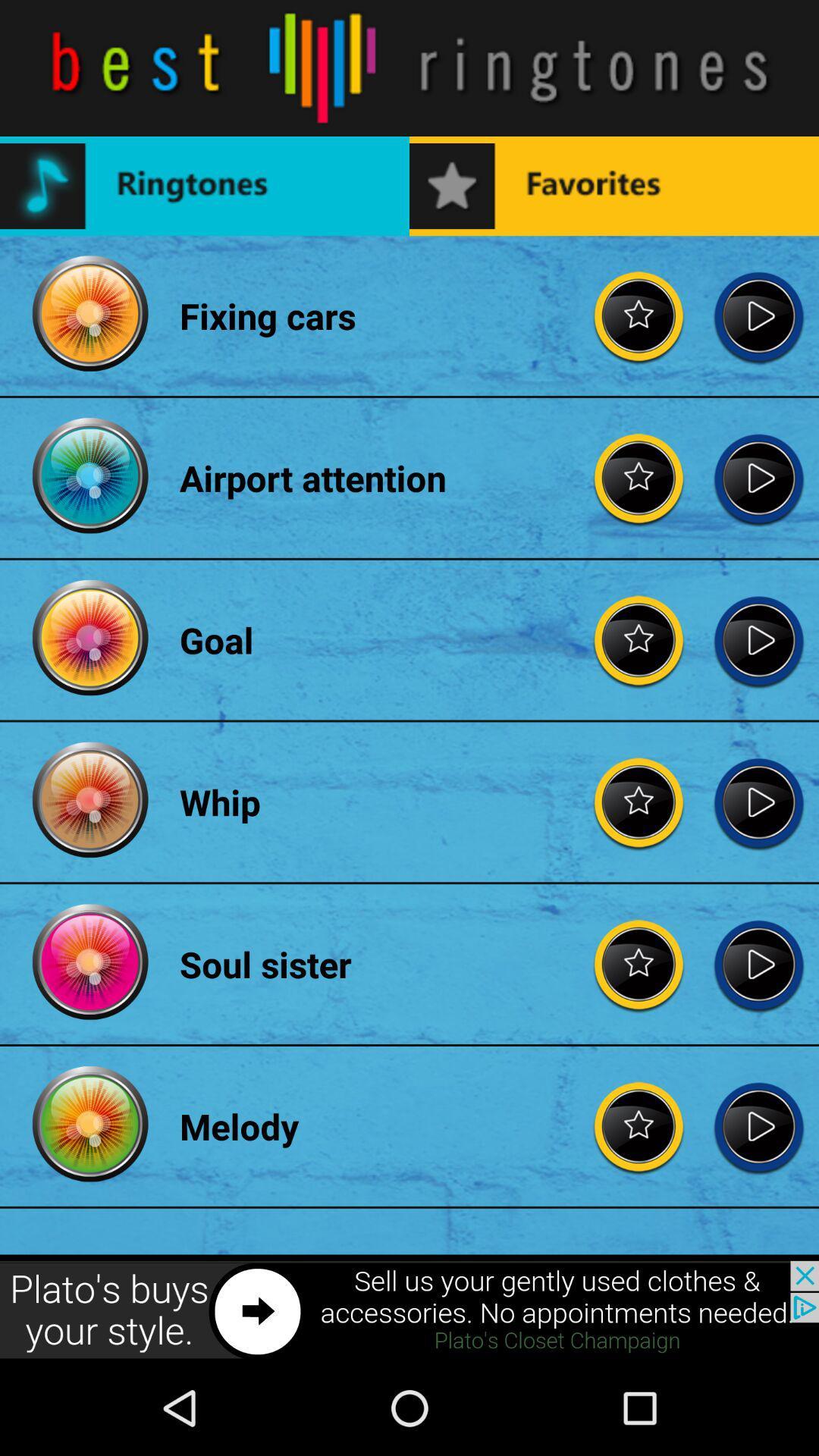 Image resolution: width=819 pixels, height=1456 pixels. What do you see at coordinates (758, 477) in the screenshot?
I see `switch autoplay option` at bounding box center [758, 477].